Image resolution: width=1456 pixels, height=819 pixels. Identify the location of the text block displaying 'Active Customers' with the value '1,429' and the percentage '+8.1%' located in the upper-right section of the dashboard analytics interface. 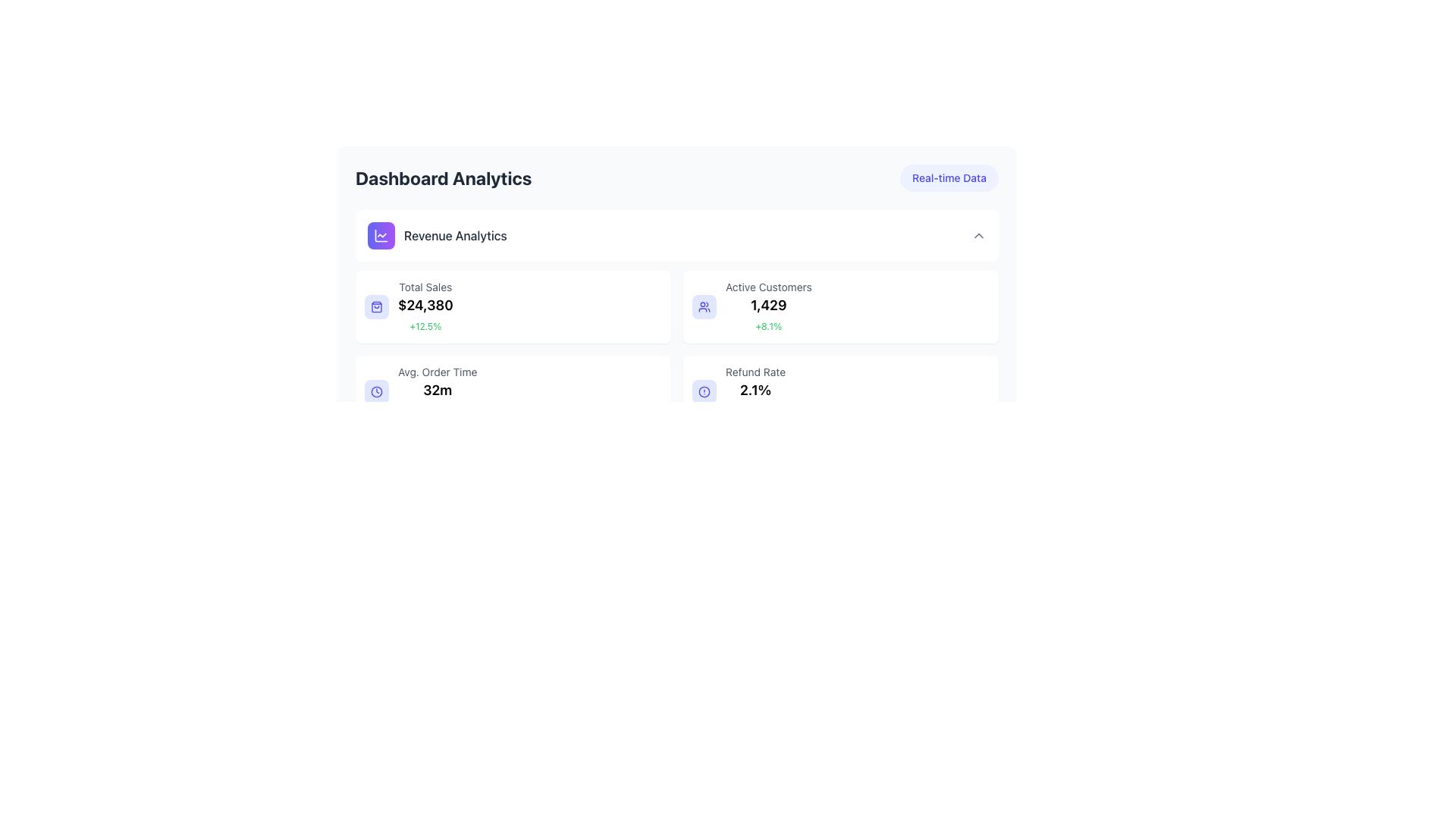
(768, 307).